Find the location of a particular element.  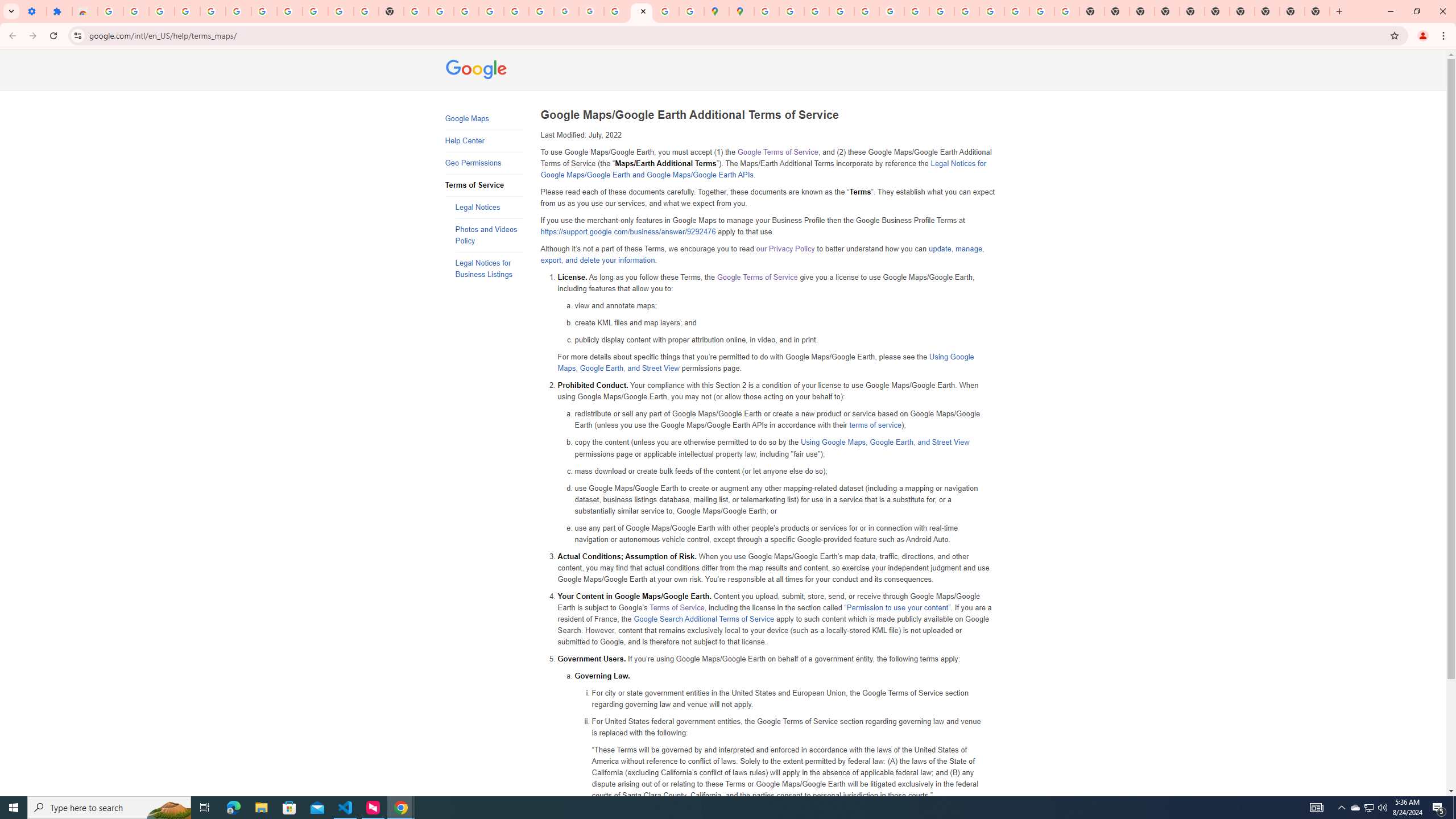

'Legal Notices' is located at coordinates (489, 207).